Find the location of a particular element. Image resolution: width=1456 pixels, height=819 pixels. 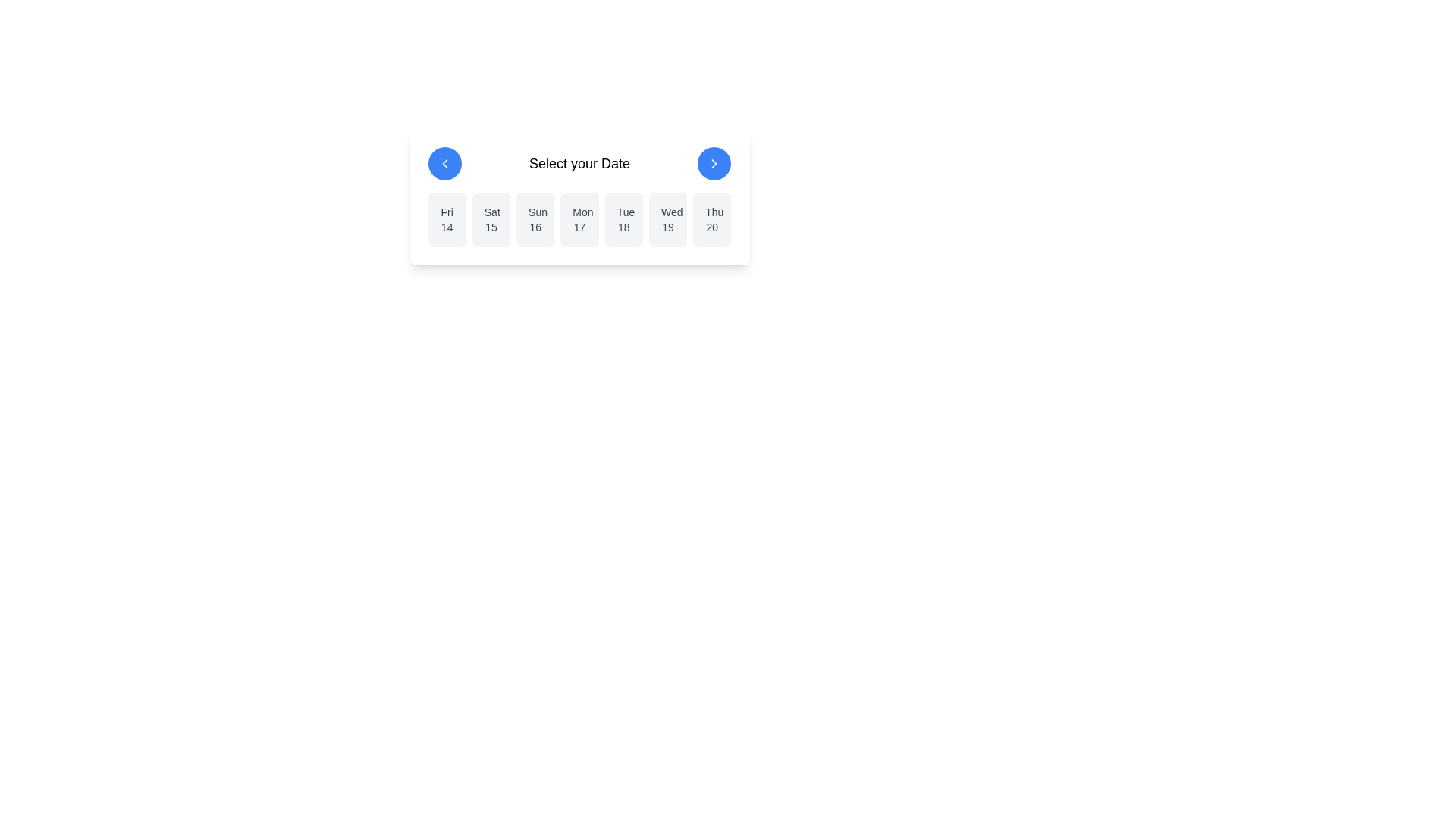

the button labeled 'Tue' with the date '18' is located at coordinates (623, 219).